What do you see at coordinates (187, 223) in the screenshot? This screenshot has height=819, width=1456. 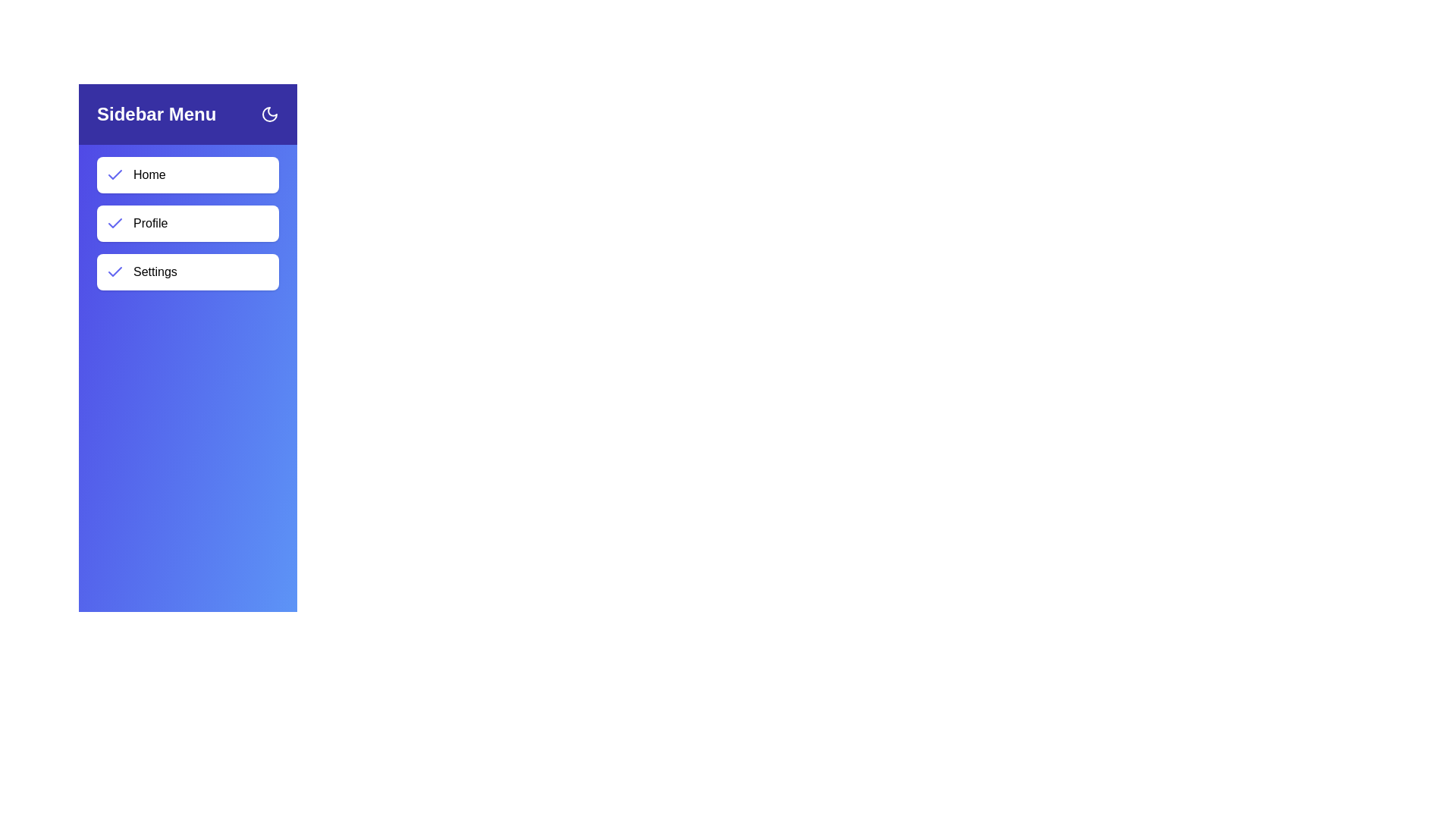 I see `the menu item labeled Profile to observe visual feedback` at bounding box center [187, 223].